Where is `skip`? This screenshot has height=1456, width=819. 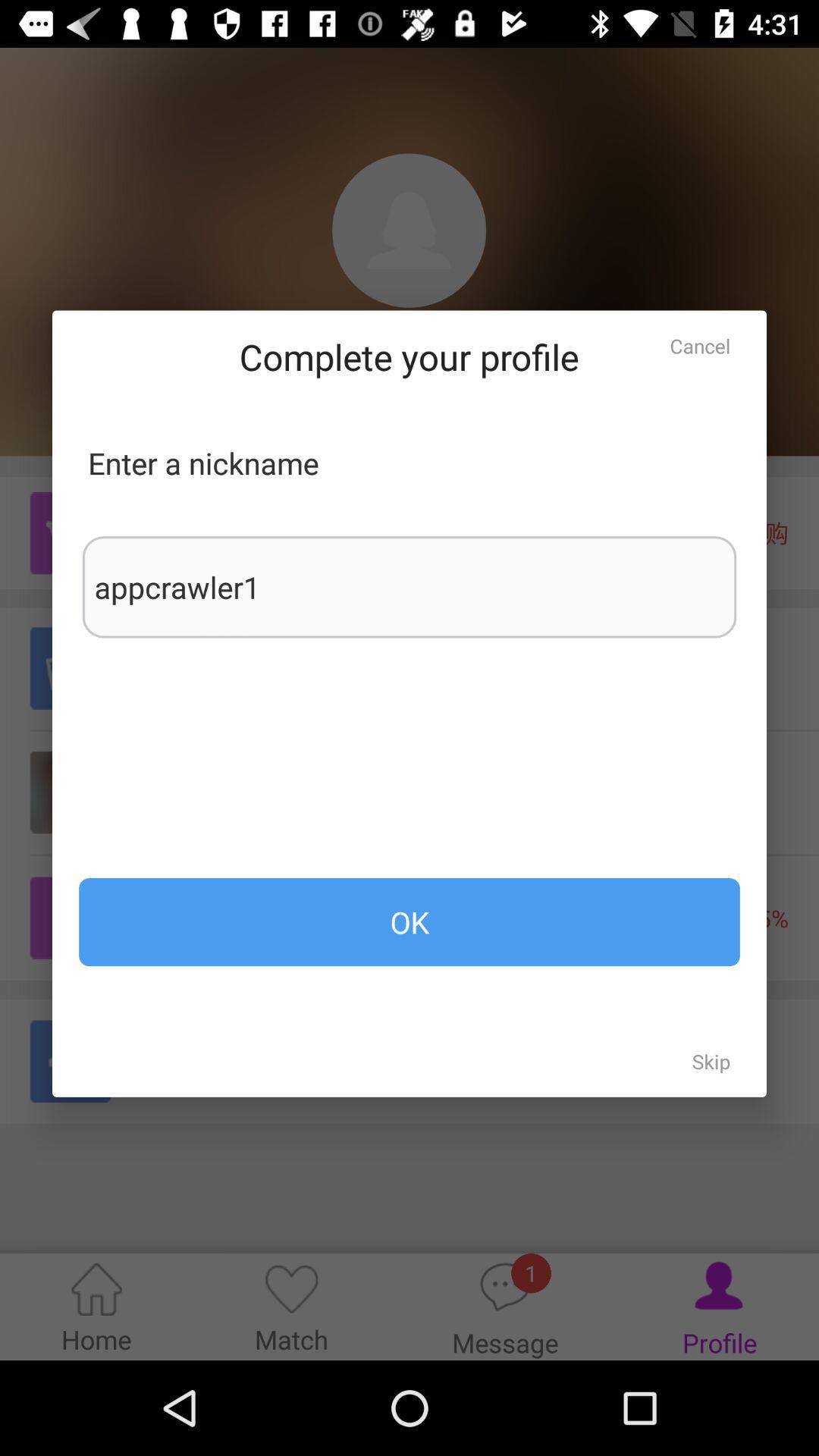
skip is located at coordinates (711, 1060).